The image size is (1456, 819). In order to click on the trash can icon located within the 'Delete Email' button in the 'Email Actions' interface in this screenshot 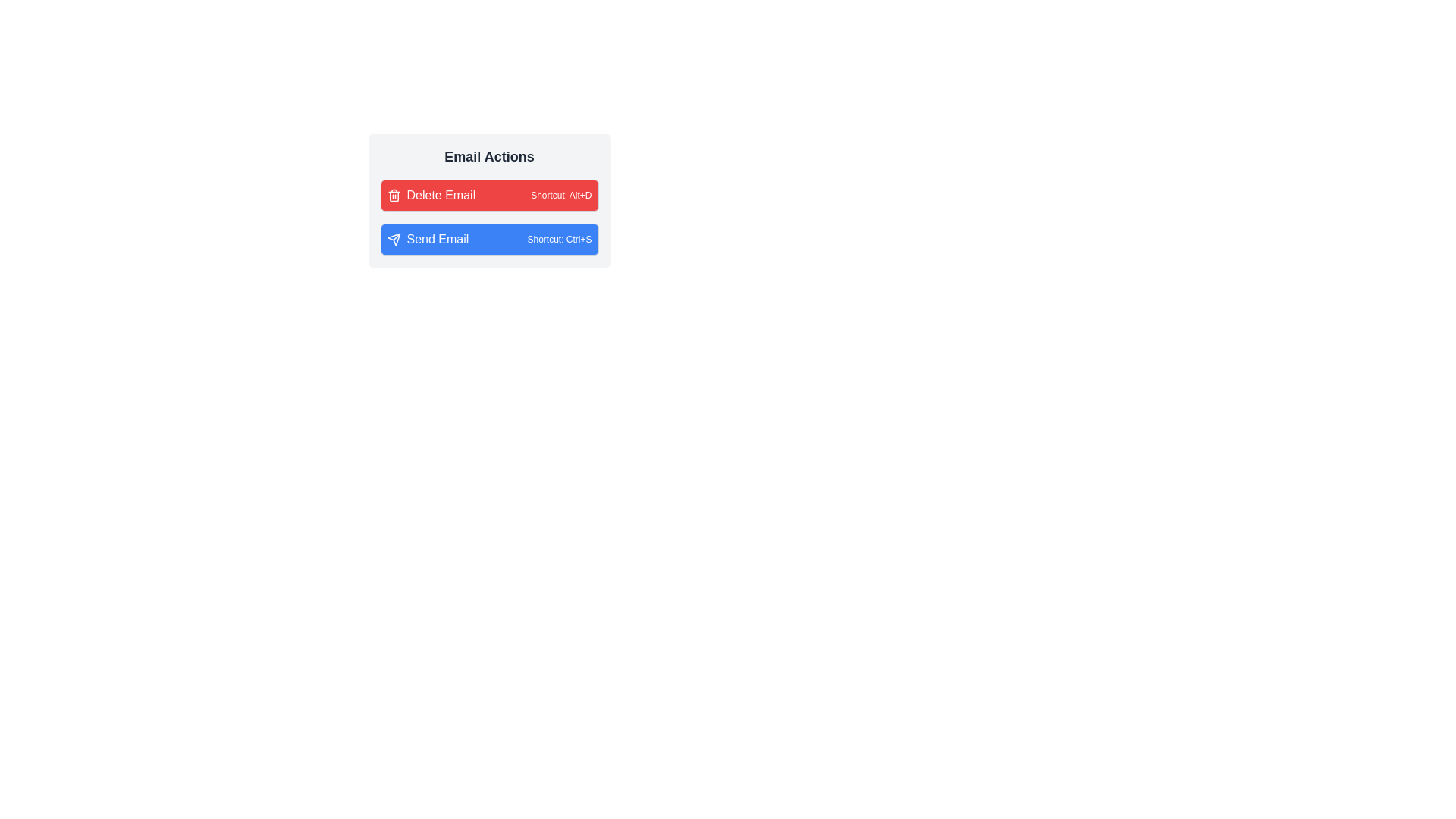, I will do `click(394, 195)`.